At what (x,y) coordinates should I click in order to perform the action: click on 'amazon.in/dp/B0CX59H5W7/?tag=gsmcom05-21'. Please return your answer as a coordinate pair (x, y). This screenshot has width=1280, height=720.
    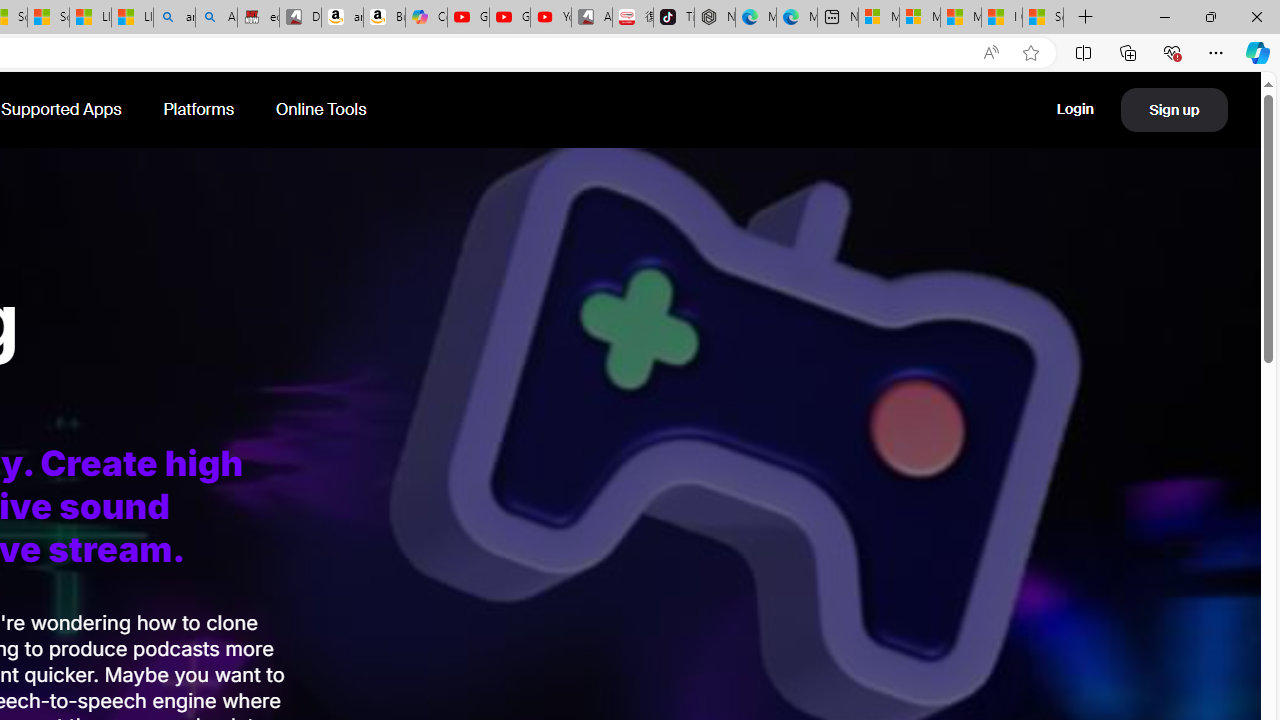
    Looking at the image, I should click on (343, 17).